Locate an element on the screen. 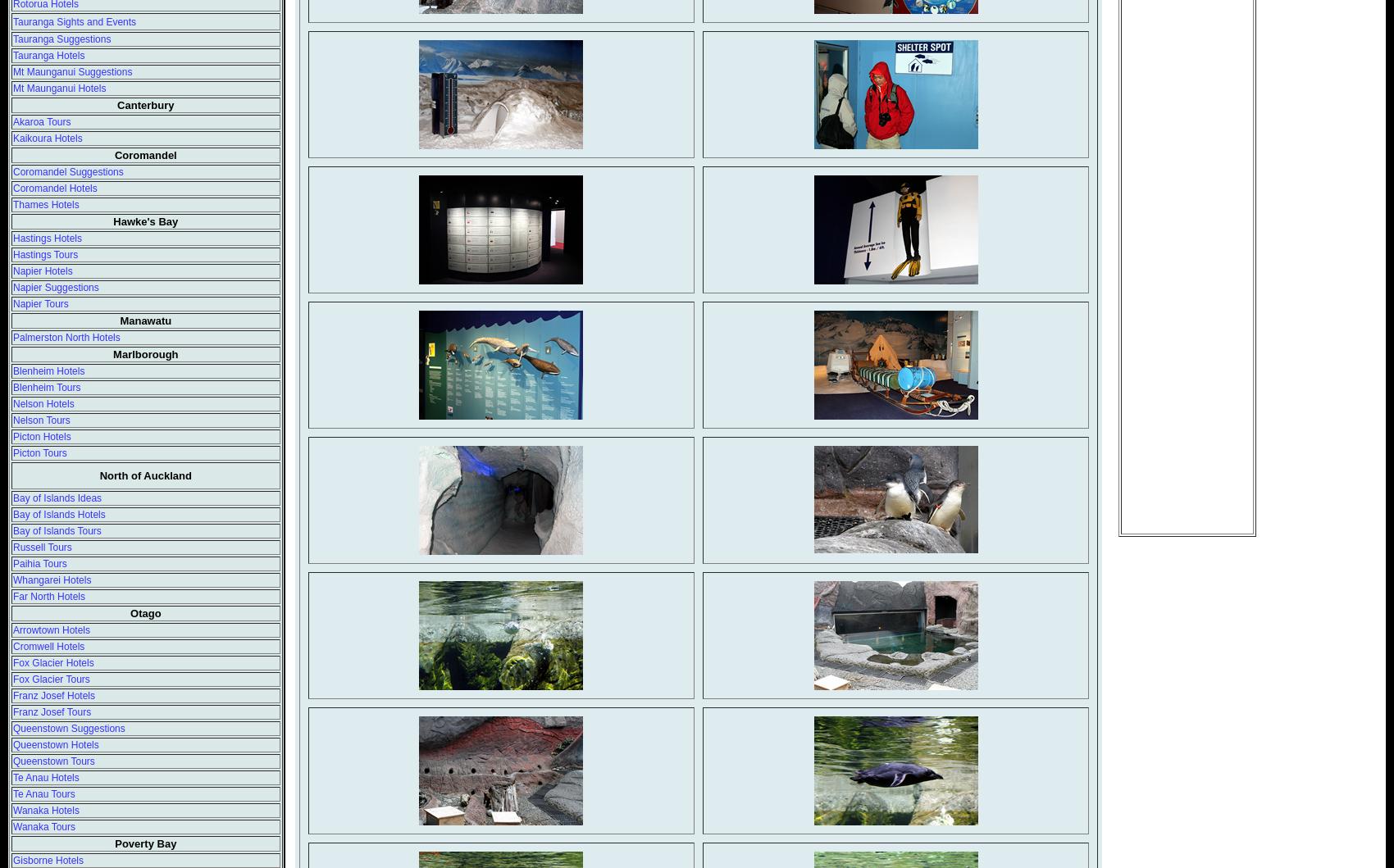 Image resolution: width=1394 pixels, height=868 pixels. 'Coromandel' is located at coordinates (143, 154).